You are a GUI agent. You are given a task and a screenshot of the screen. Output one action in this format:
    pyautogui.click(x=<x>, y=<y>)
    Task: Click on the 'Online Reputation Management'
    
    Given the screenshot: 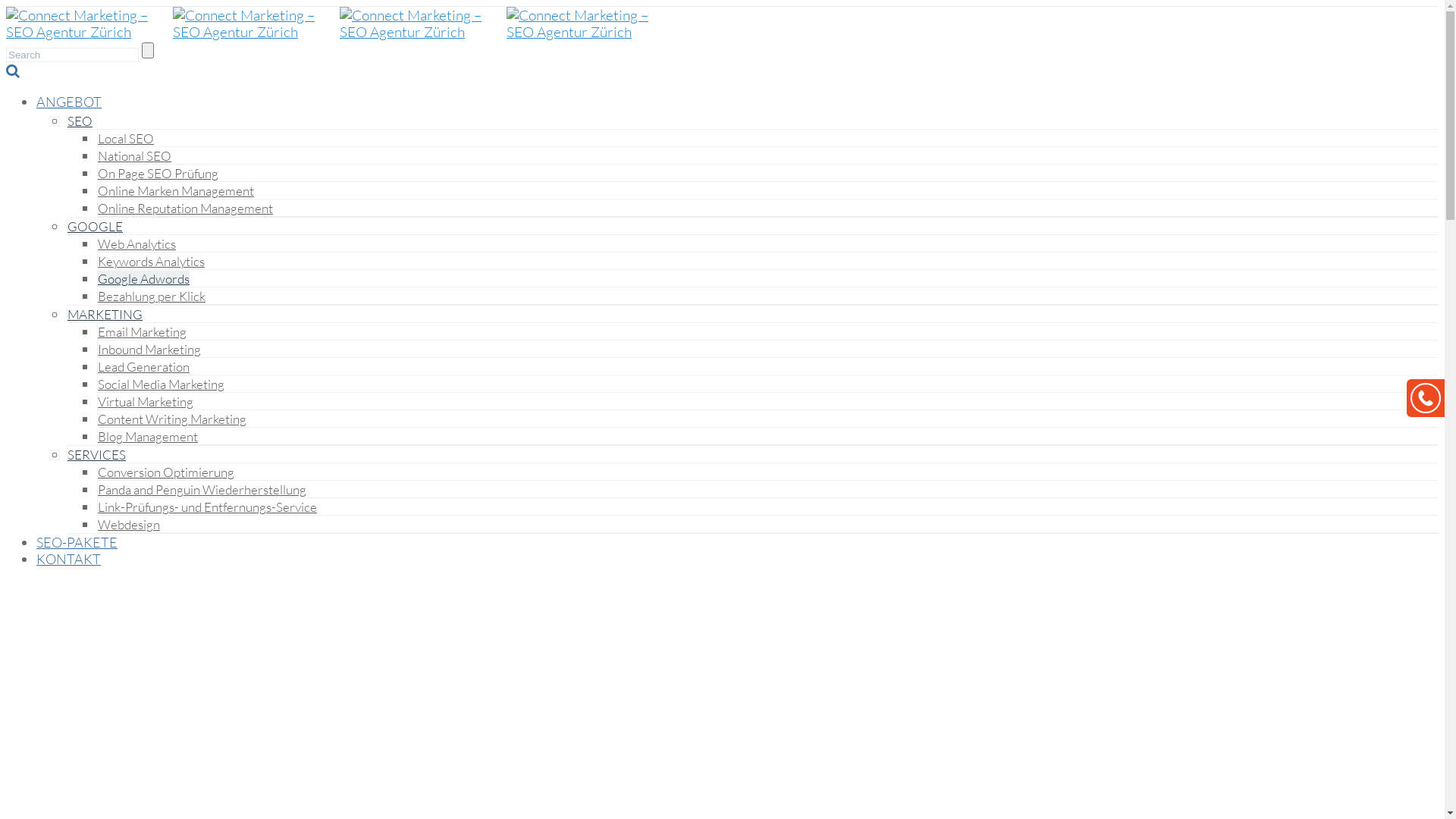 What is the action you would take?
    pyautogui.click(x=96, y=208)
    